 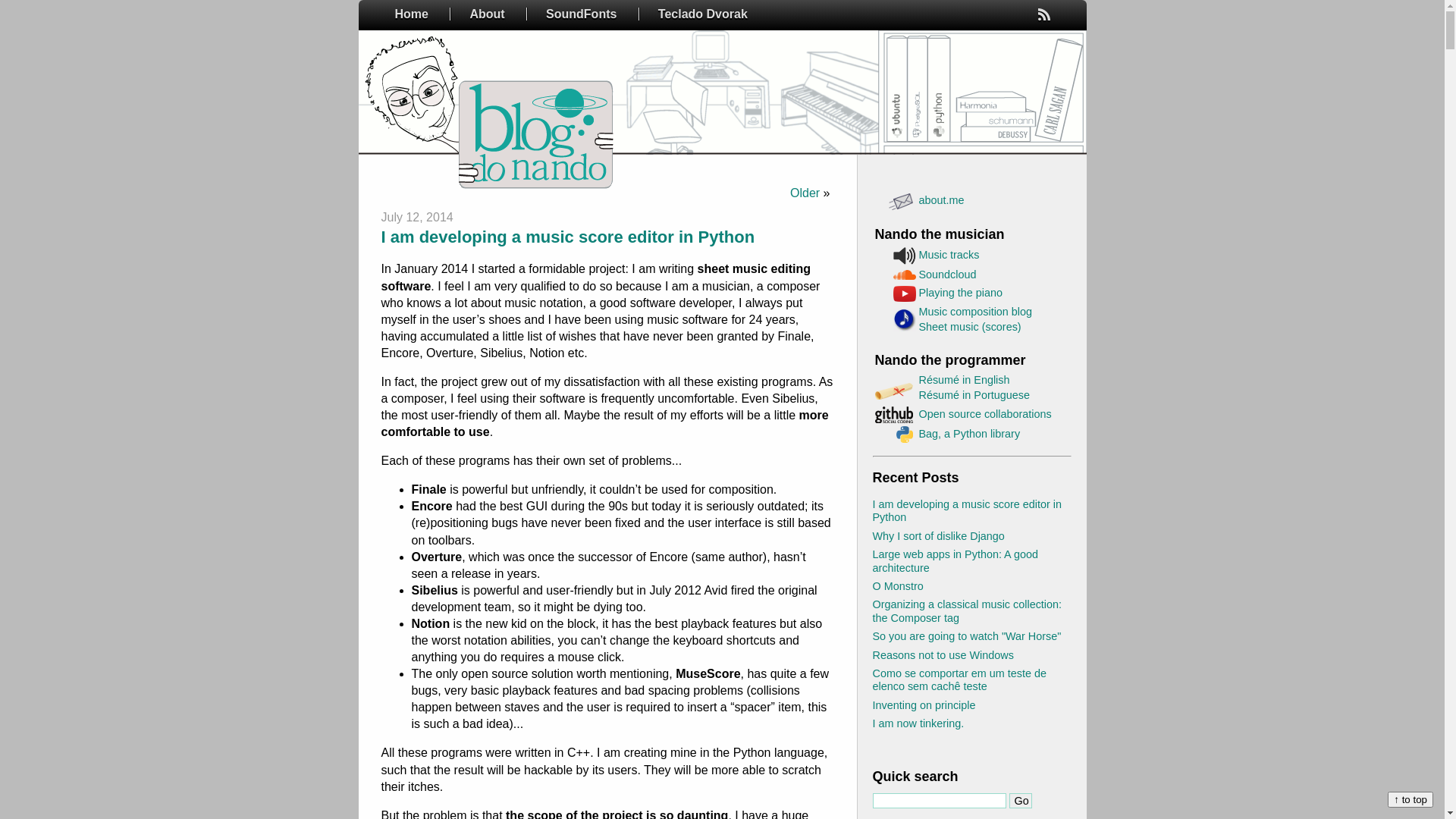 I want to click on 'Sheet music (scores)', so click(x=969, y=326).